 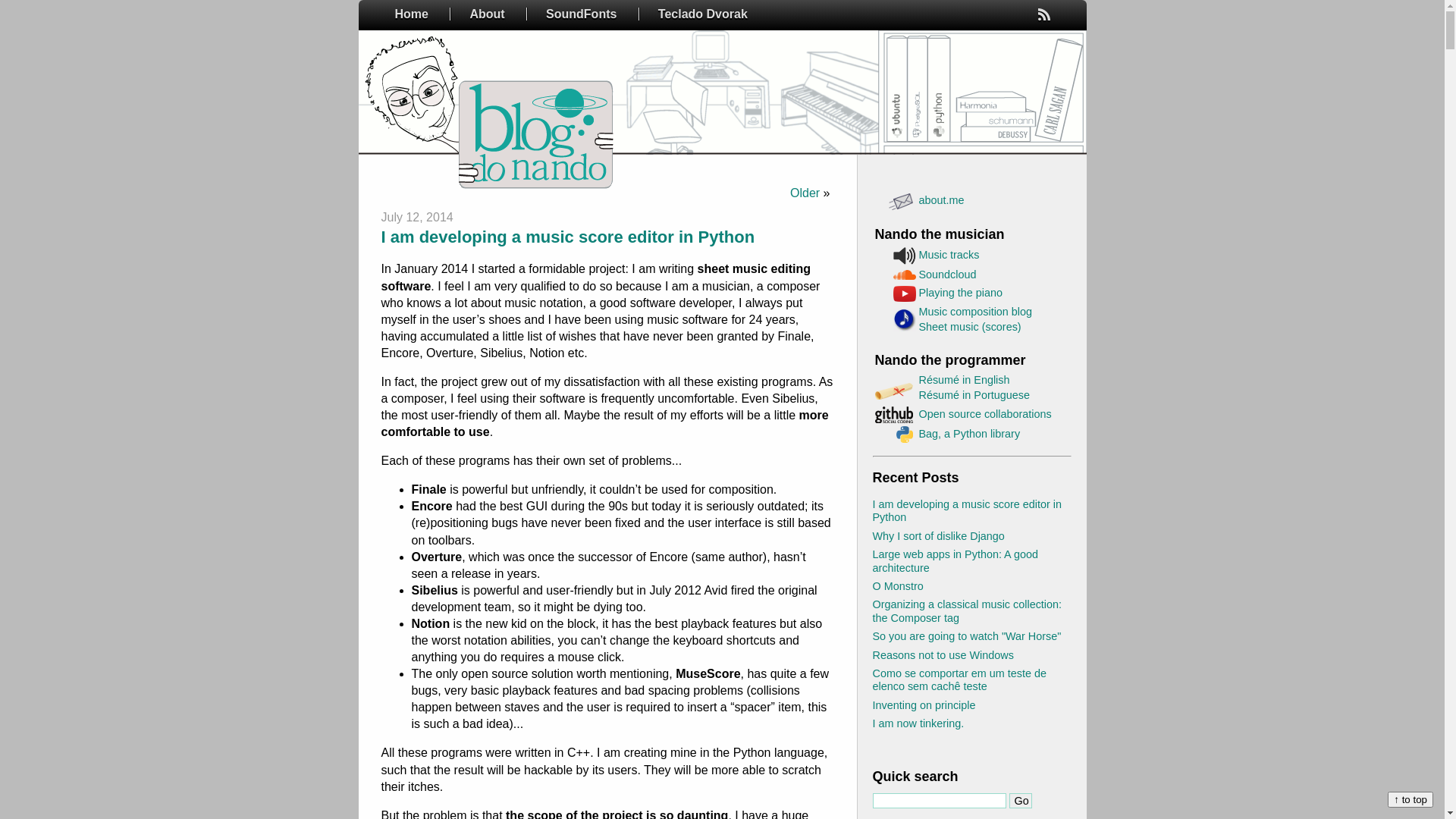 I want to click on 'Sheet music (scores)', so click(x=969, y=326).